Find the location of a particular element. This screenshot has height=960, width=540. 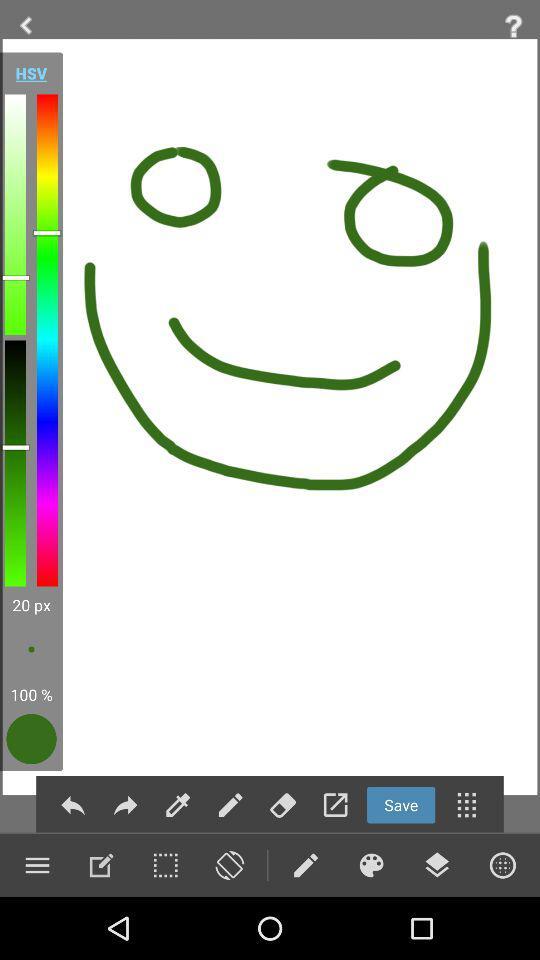

eraser option is located at coordinates (282, 805).